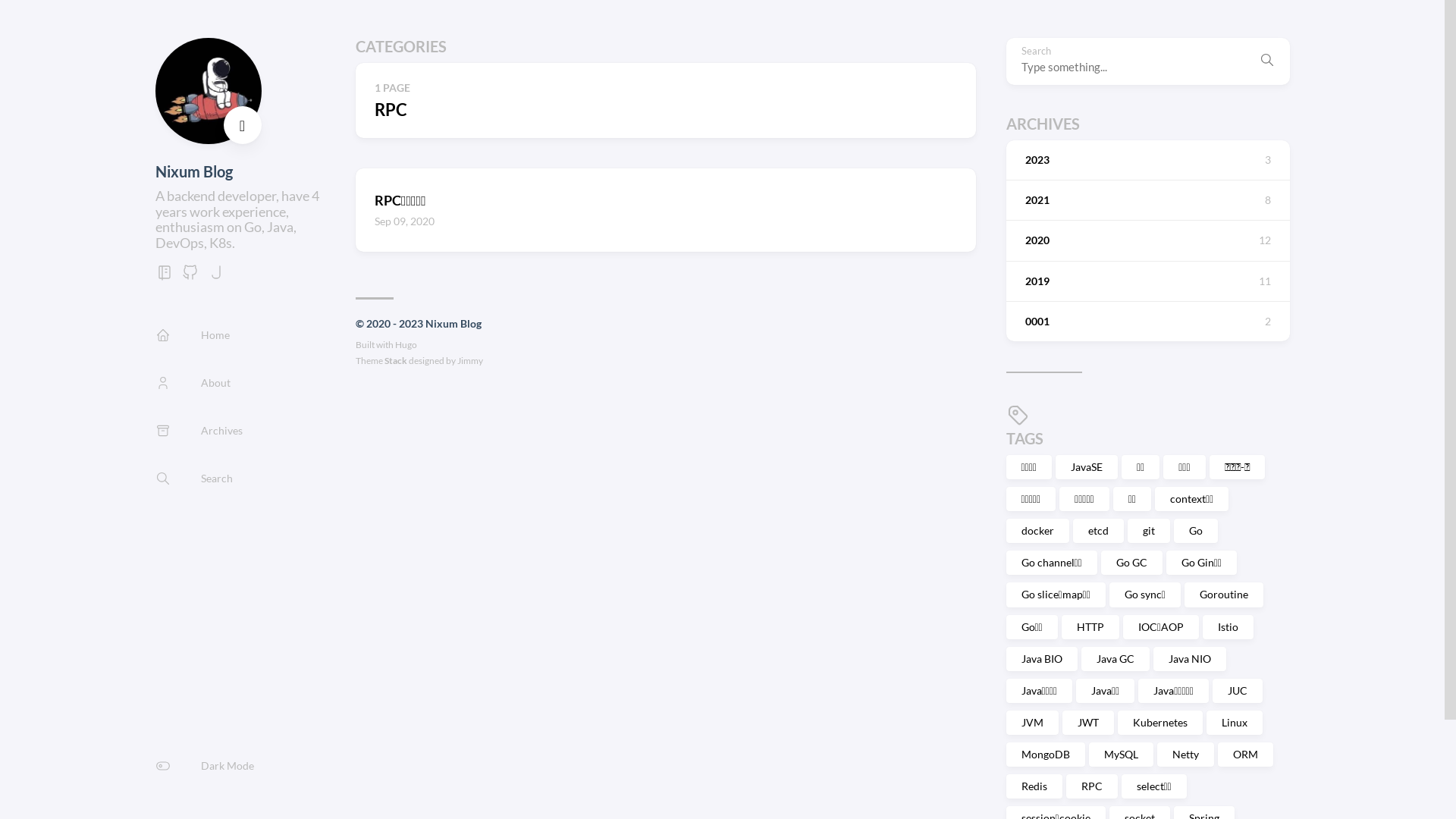 The image size is (1456, 819). What do you see at coordinates (1031, 721) in the screenshot?
I see `'JVM'` at bounding box center [1031, 721].